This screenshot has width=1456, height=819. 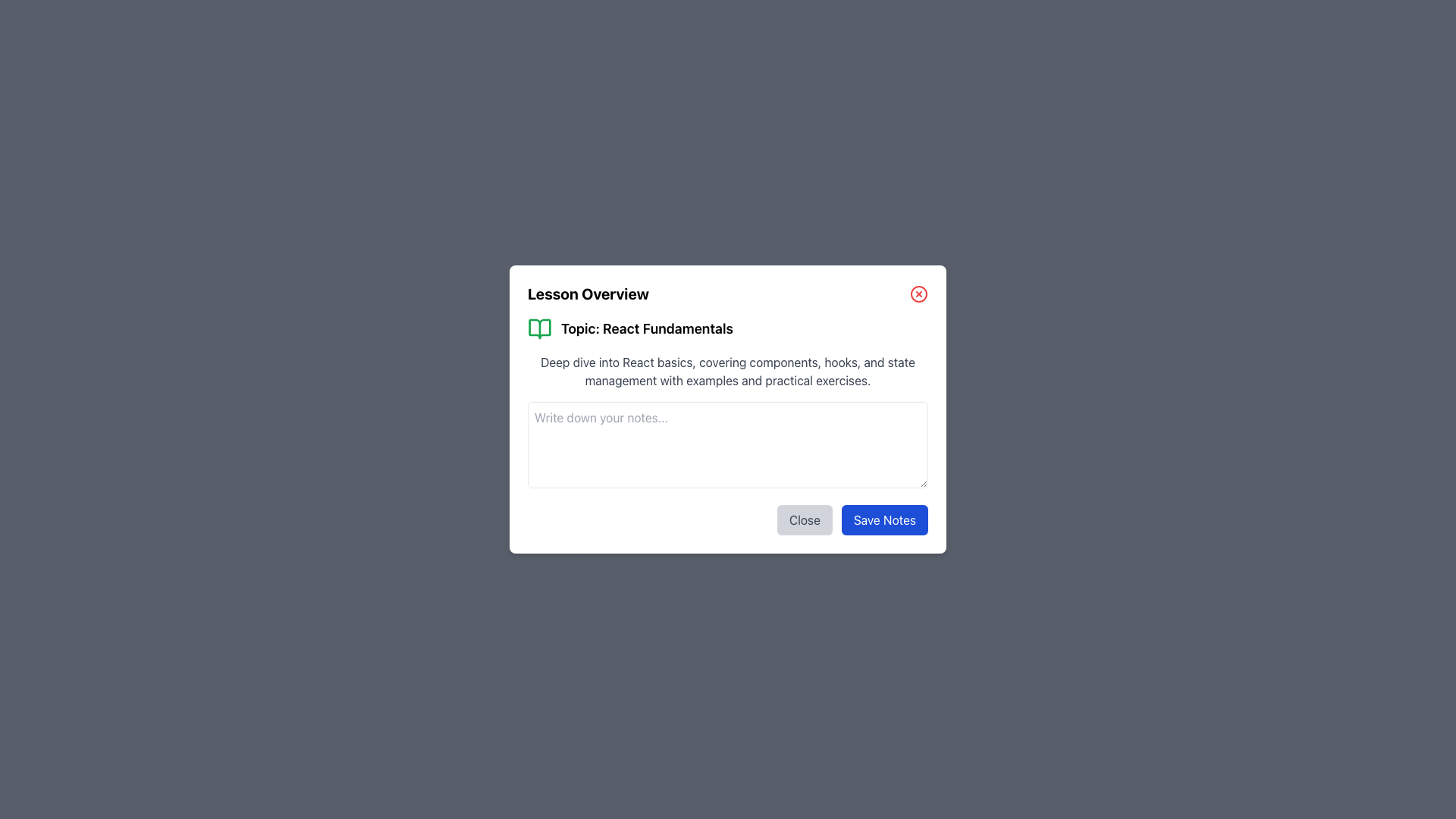 What do you see at coordinates (918, 294) in the screenshot?
I see `the close button located at the top-right corner of the modal window, which serves as a graphical indicator for closing the modal when interacted with` at bounding box center [918, 294].